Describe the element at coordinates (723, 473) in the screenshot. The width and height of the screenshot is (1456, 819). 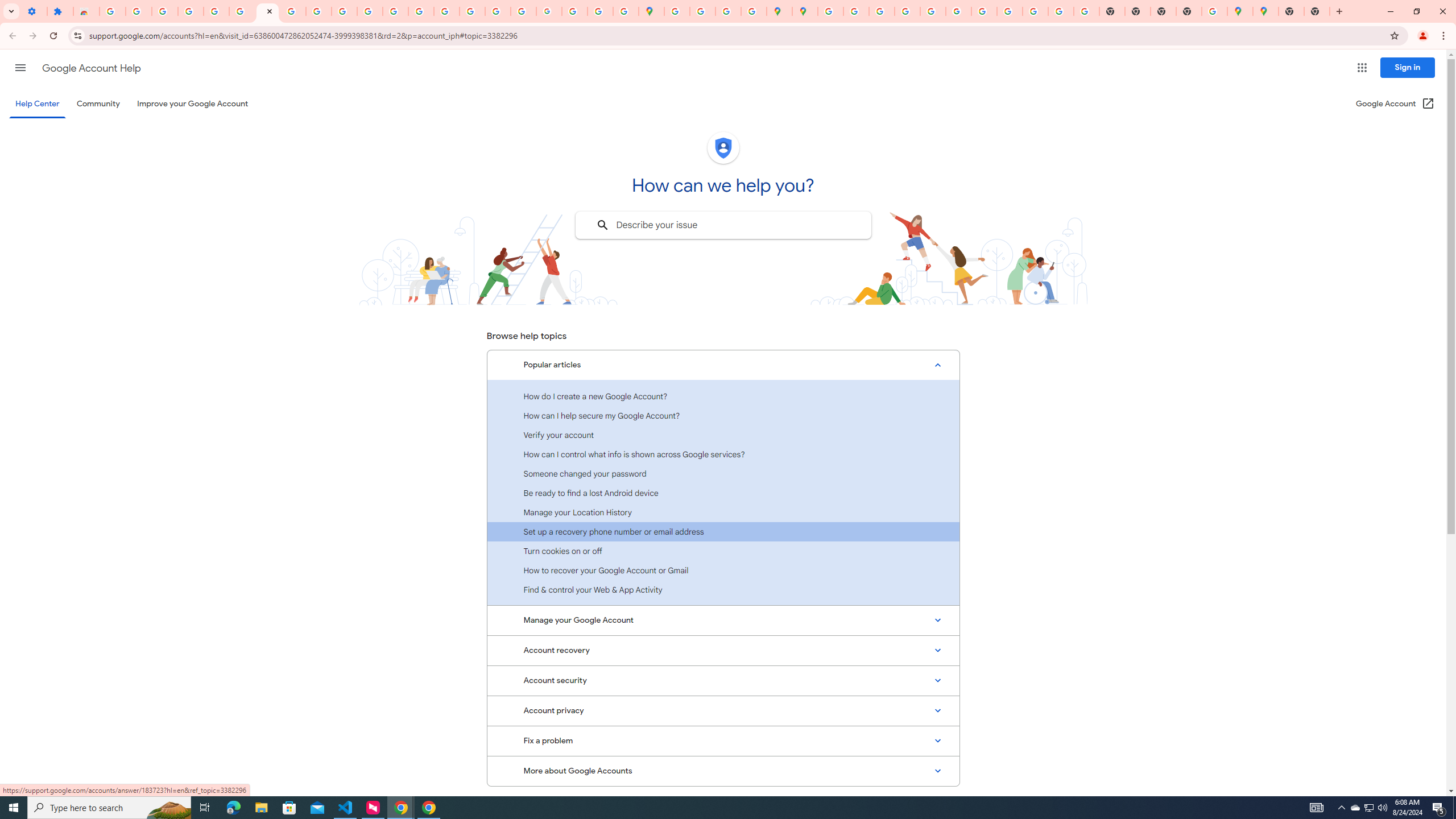
I see `'Someone changed your password'` at that location.